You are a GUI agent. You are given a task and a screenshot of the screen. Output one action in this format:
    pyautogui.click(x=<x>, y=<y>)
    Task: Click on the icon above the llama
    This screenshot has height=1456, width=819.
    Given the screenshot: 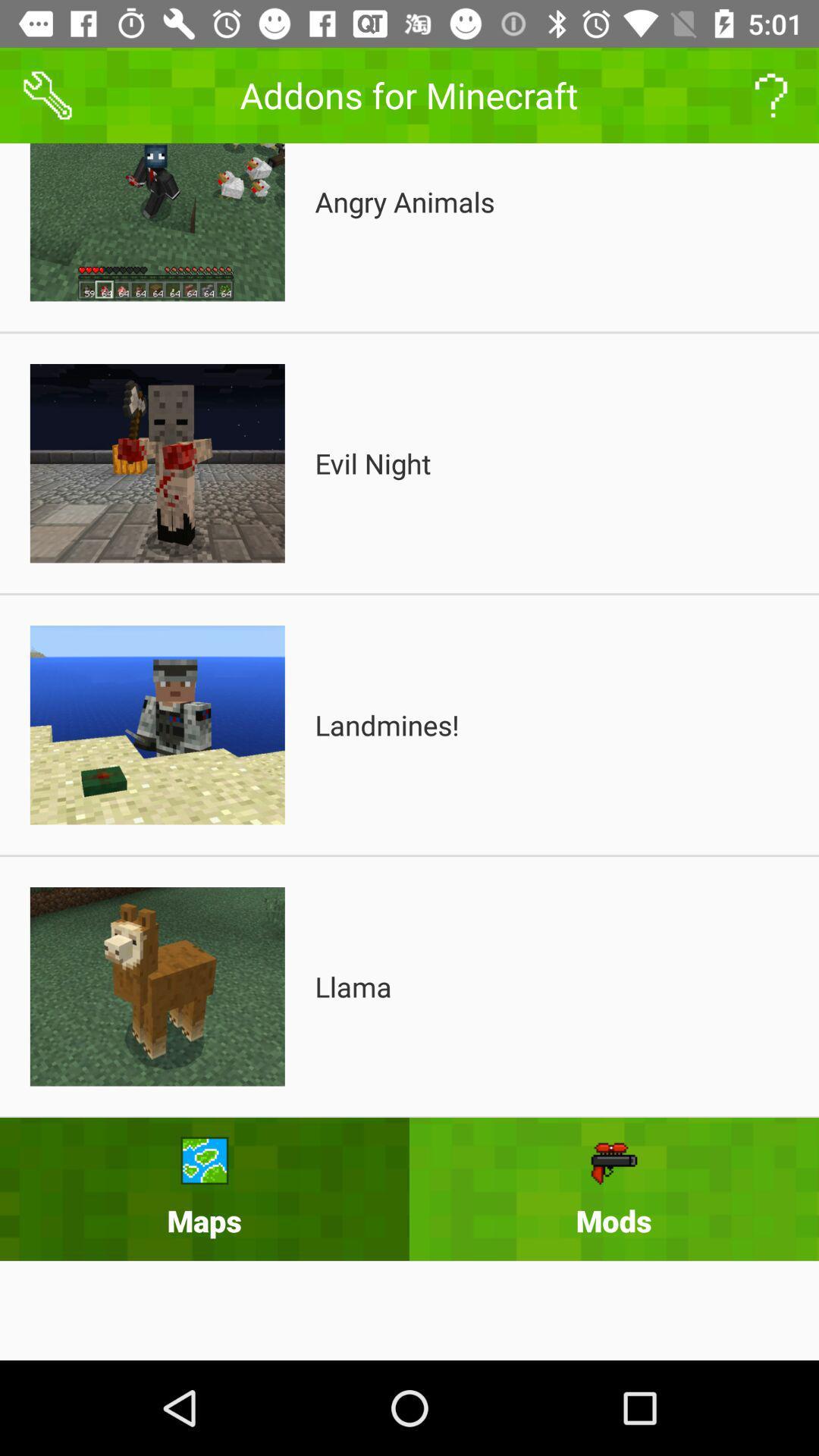 What is the action you would take?
    pyautogui.click(x=386, y=724)
    